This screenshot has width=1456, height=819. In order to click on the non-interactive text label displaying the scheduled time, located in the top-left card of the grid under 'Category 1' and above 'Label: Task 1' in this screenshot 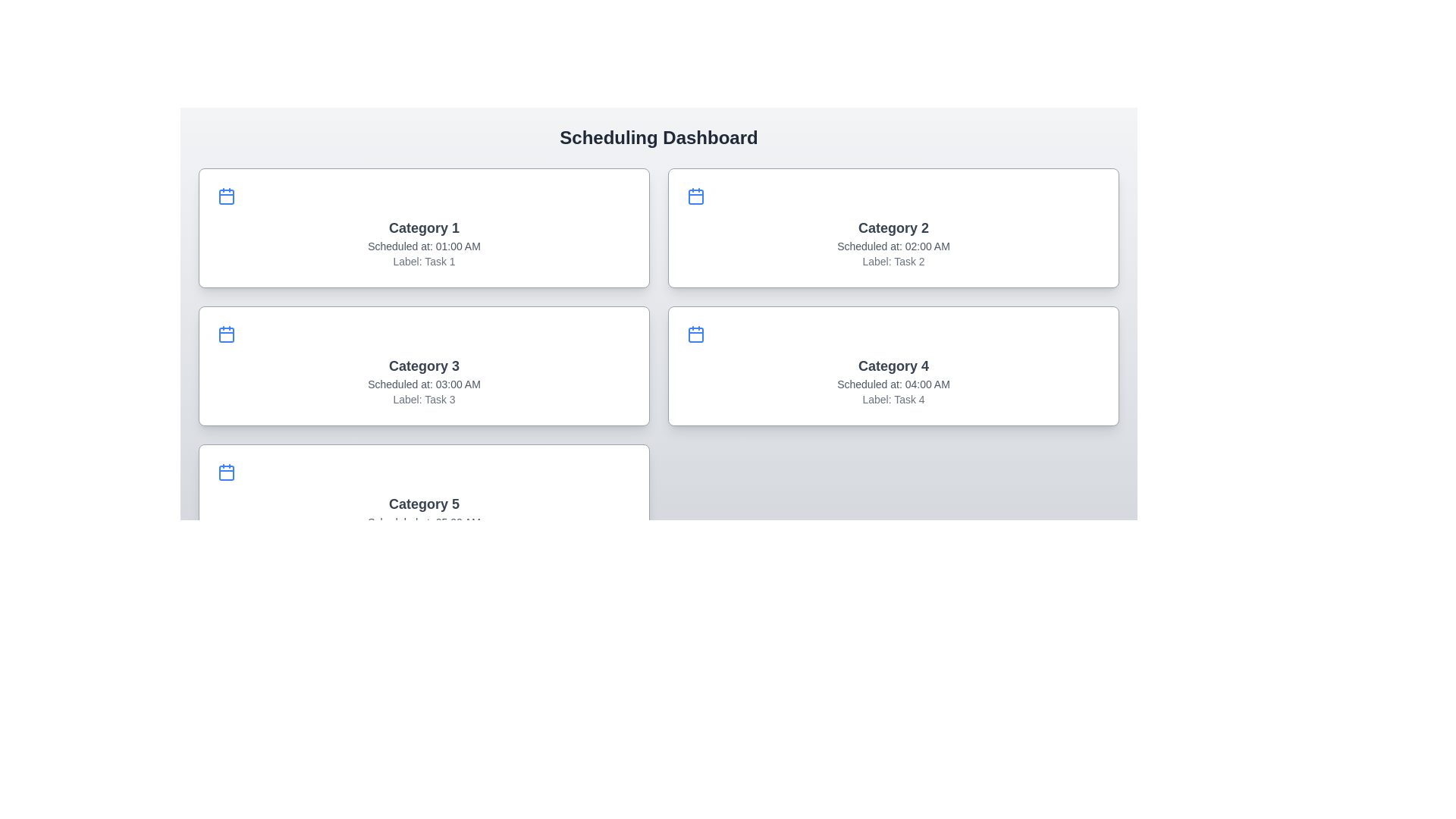, I will do `click(424, 245)`.